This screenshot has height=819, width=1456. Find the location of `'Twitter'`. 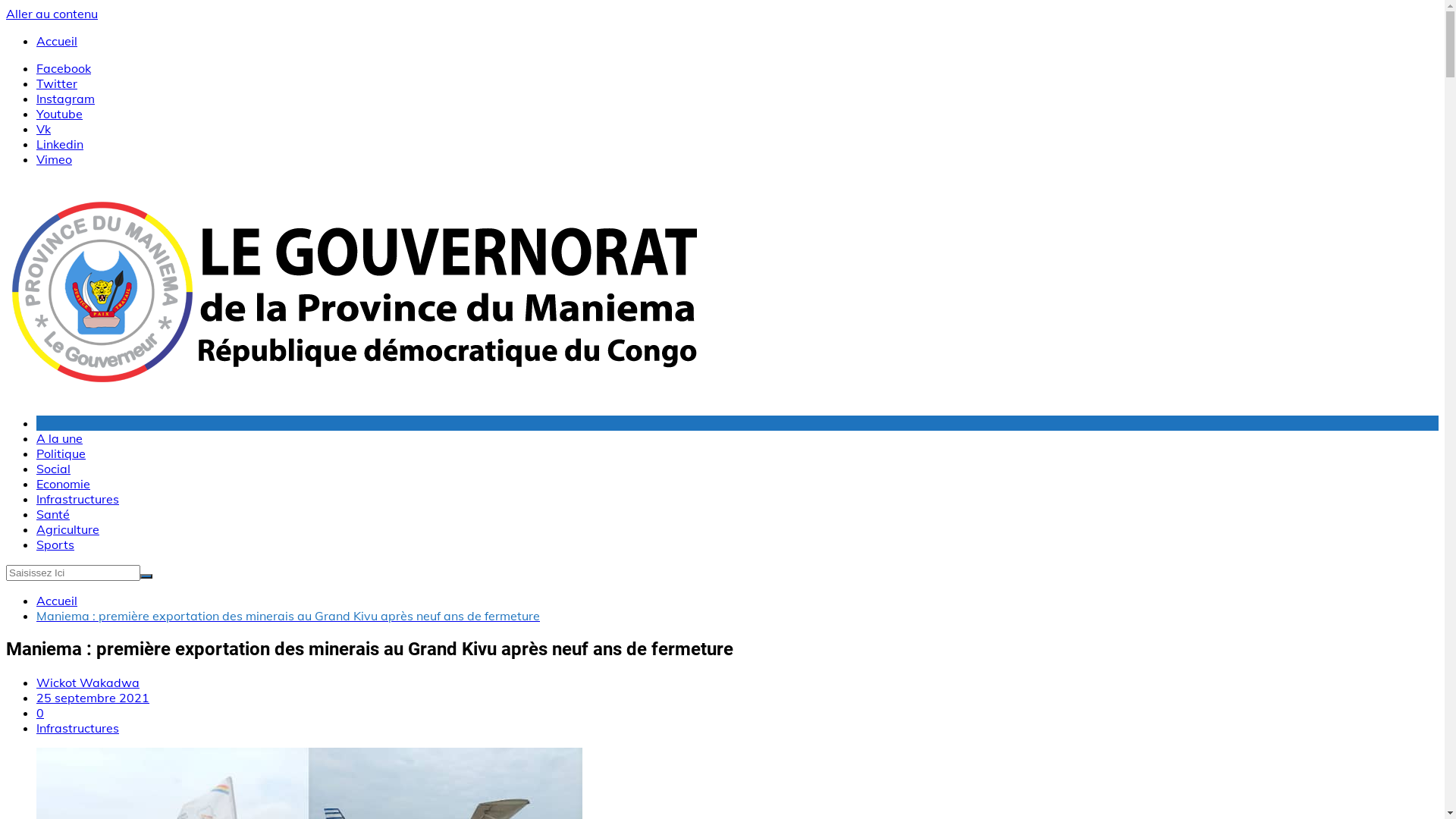

'Twitter' is located at coordinates (36, 83).